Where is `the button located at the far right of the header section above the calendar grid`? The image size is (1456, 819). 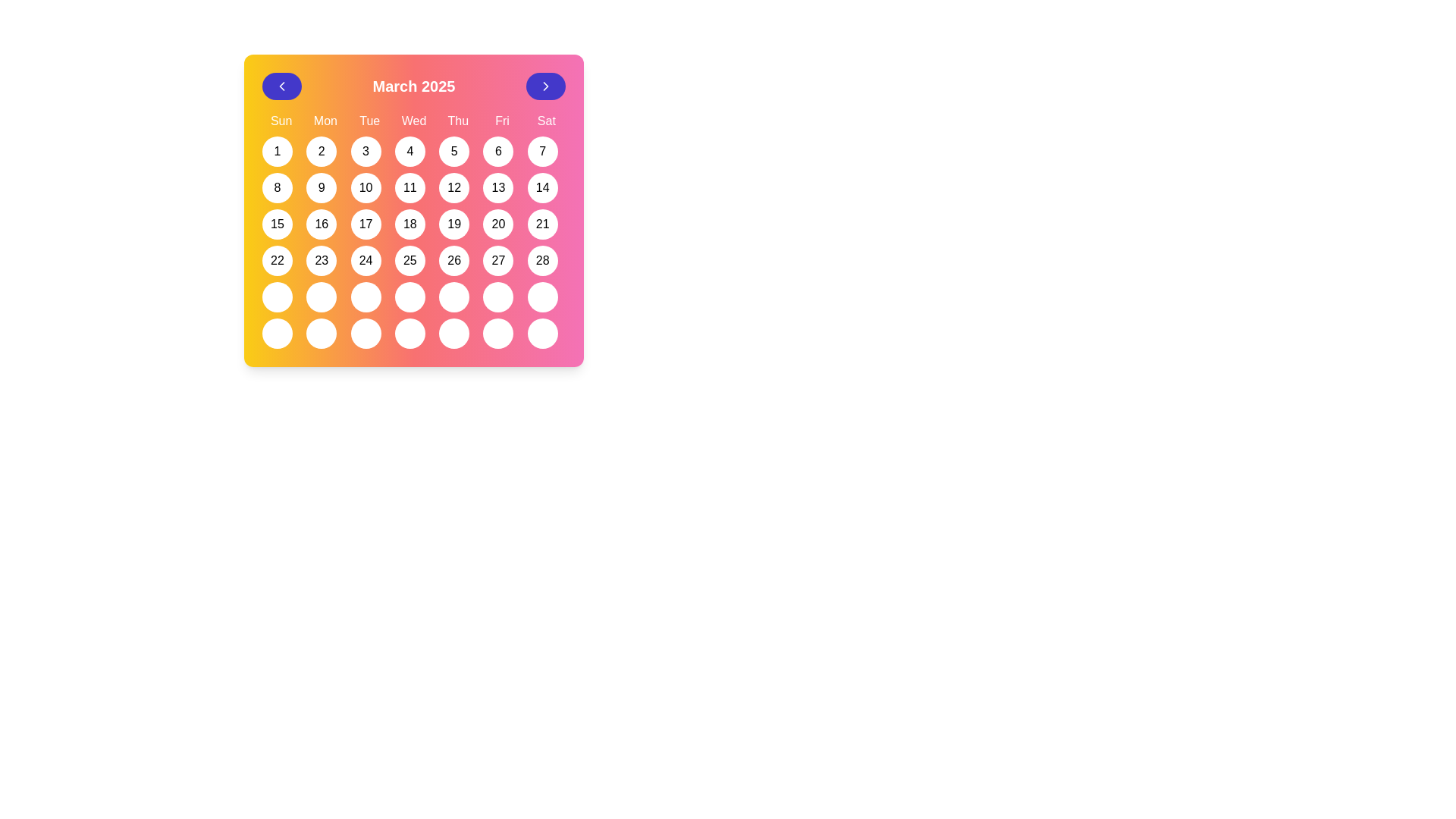 the button located at the far right of the header section above the calendar grid is located at coordinates (546, 86).